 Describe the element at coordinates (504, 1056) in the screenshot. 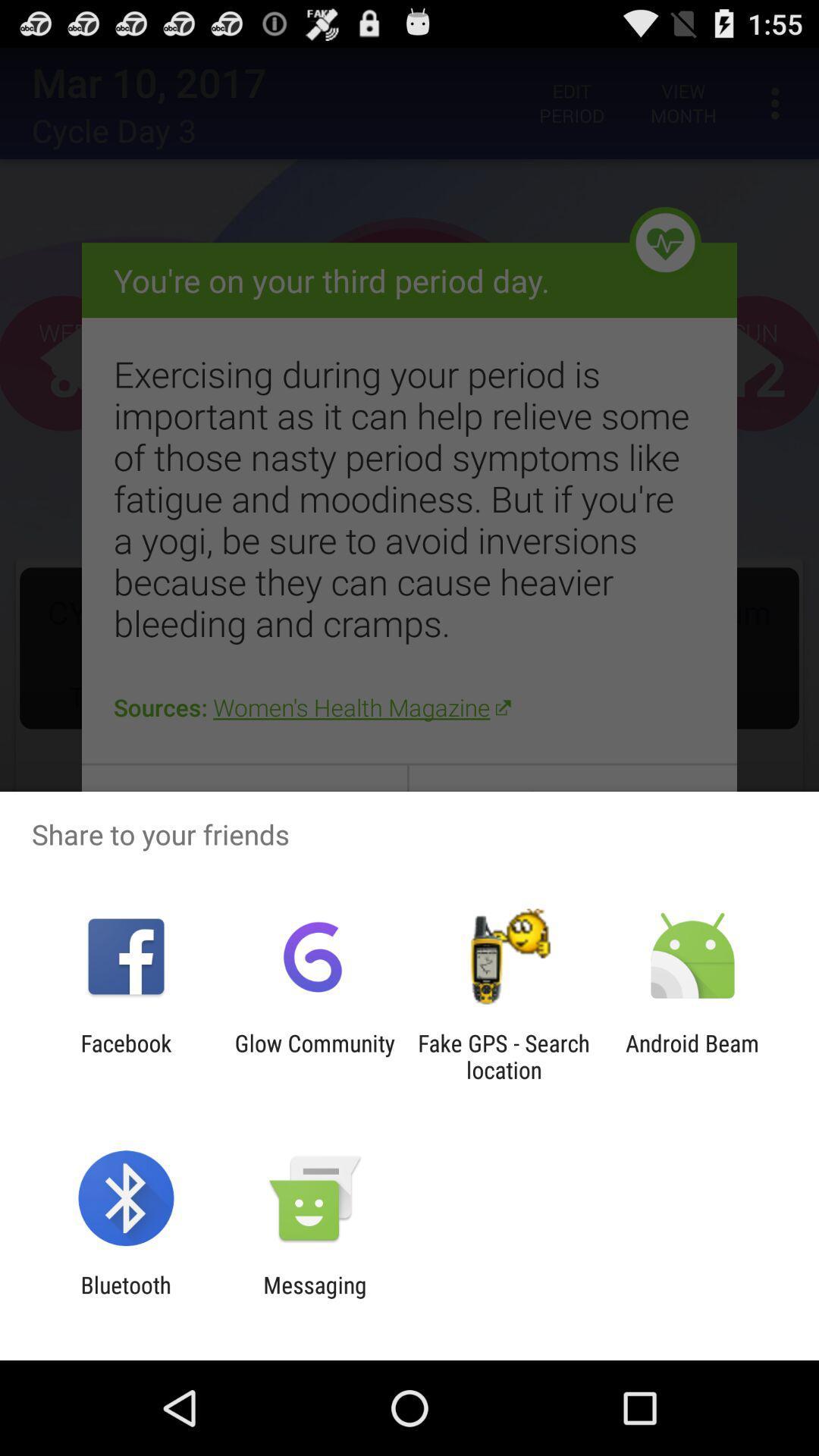

I see `app next to the android beam` at that location.